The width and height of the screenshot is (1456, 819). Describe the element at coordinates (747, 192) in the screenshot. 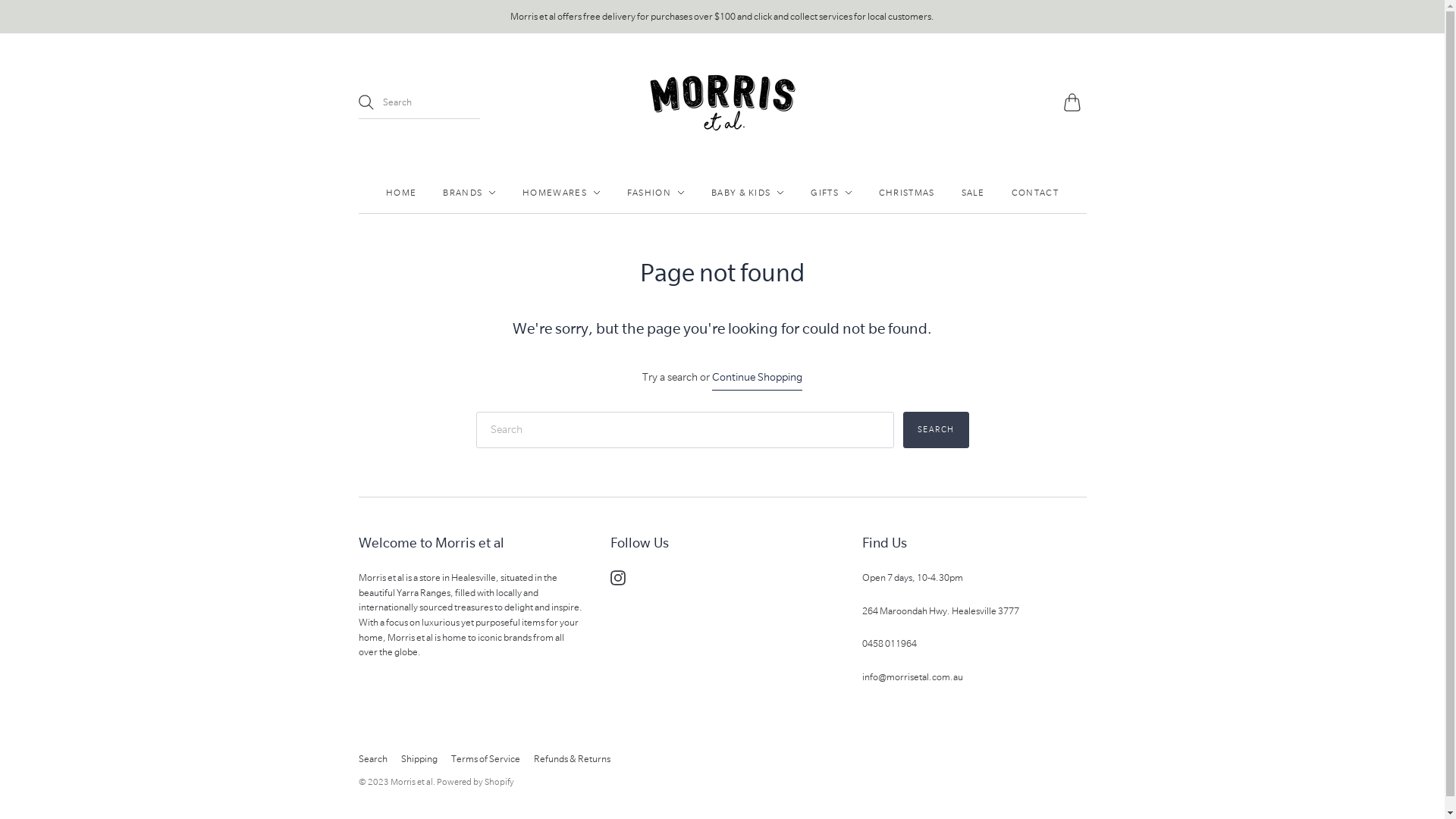

I see `'BABY & KIDS'` at that location.